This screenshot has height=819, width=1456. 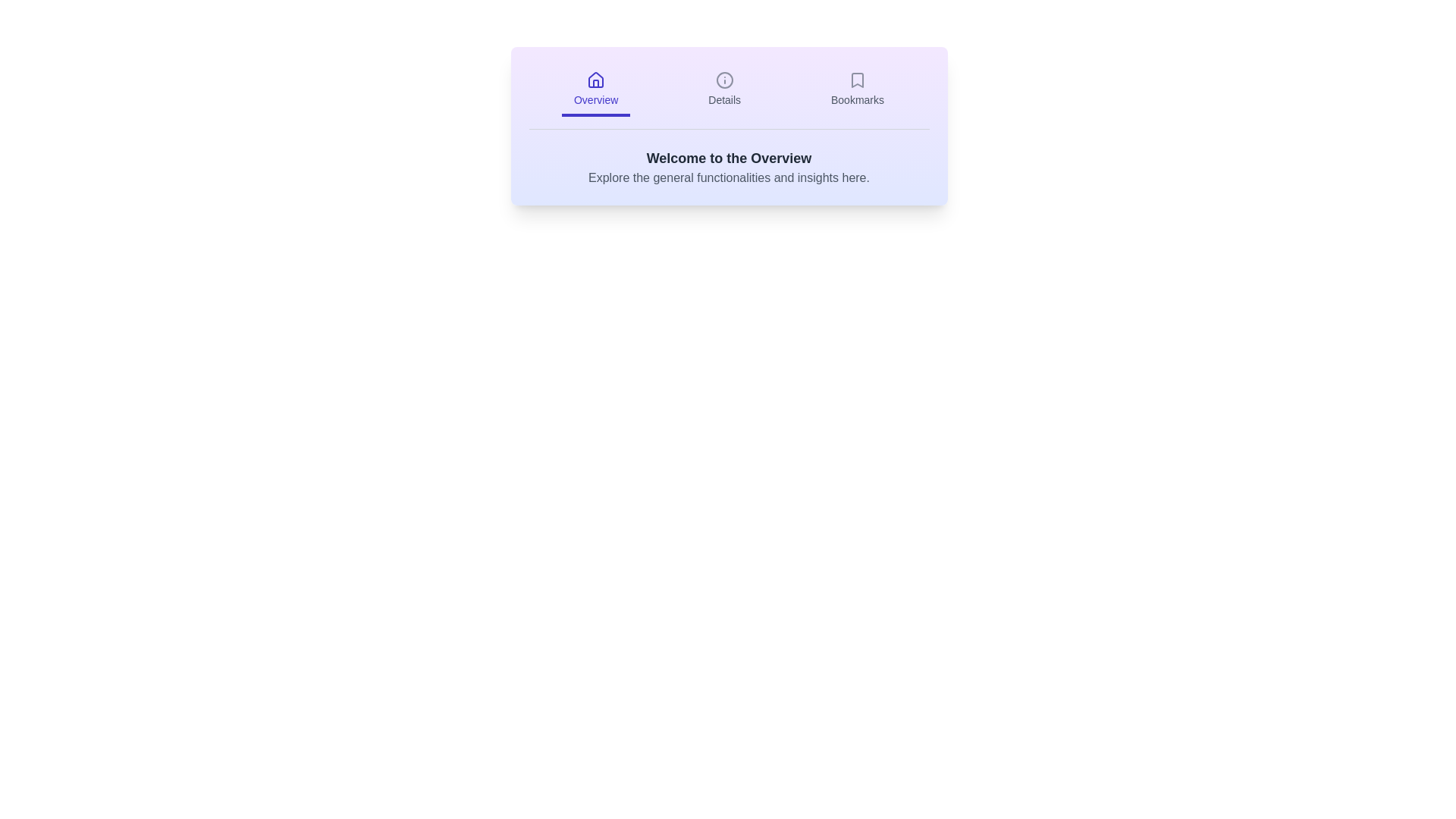 I want to click on the 'Details' icon in the navigation menu, so click(x=723, y=80).